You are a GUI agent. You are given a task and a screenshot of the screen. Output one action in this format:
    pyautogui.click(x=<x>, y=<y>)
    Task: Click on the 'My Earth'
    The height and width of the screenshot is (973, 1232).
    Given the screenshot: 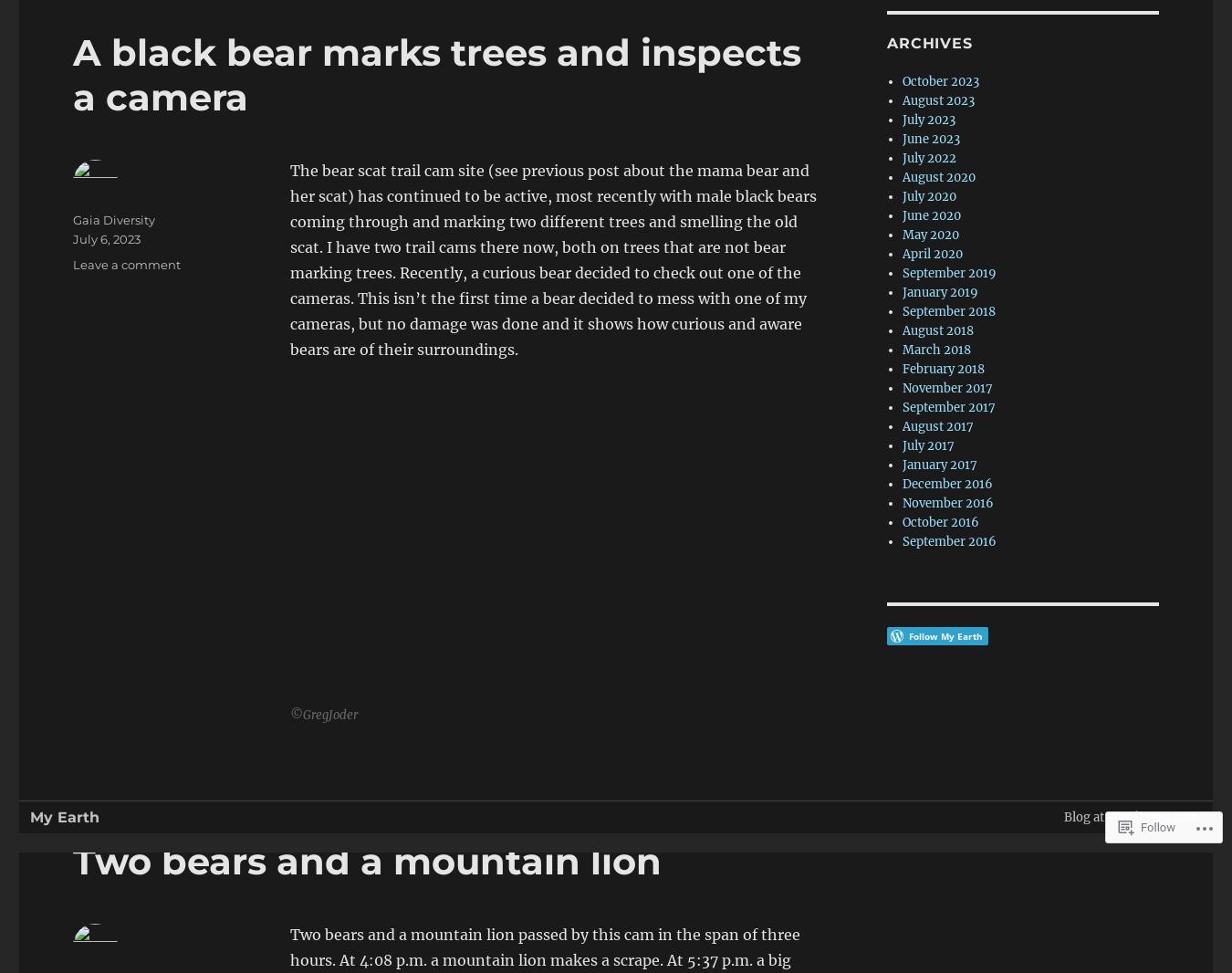 What is the action you would take?
    pyautogui.click(x=64, y=817)
    